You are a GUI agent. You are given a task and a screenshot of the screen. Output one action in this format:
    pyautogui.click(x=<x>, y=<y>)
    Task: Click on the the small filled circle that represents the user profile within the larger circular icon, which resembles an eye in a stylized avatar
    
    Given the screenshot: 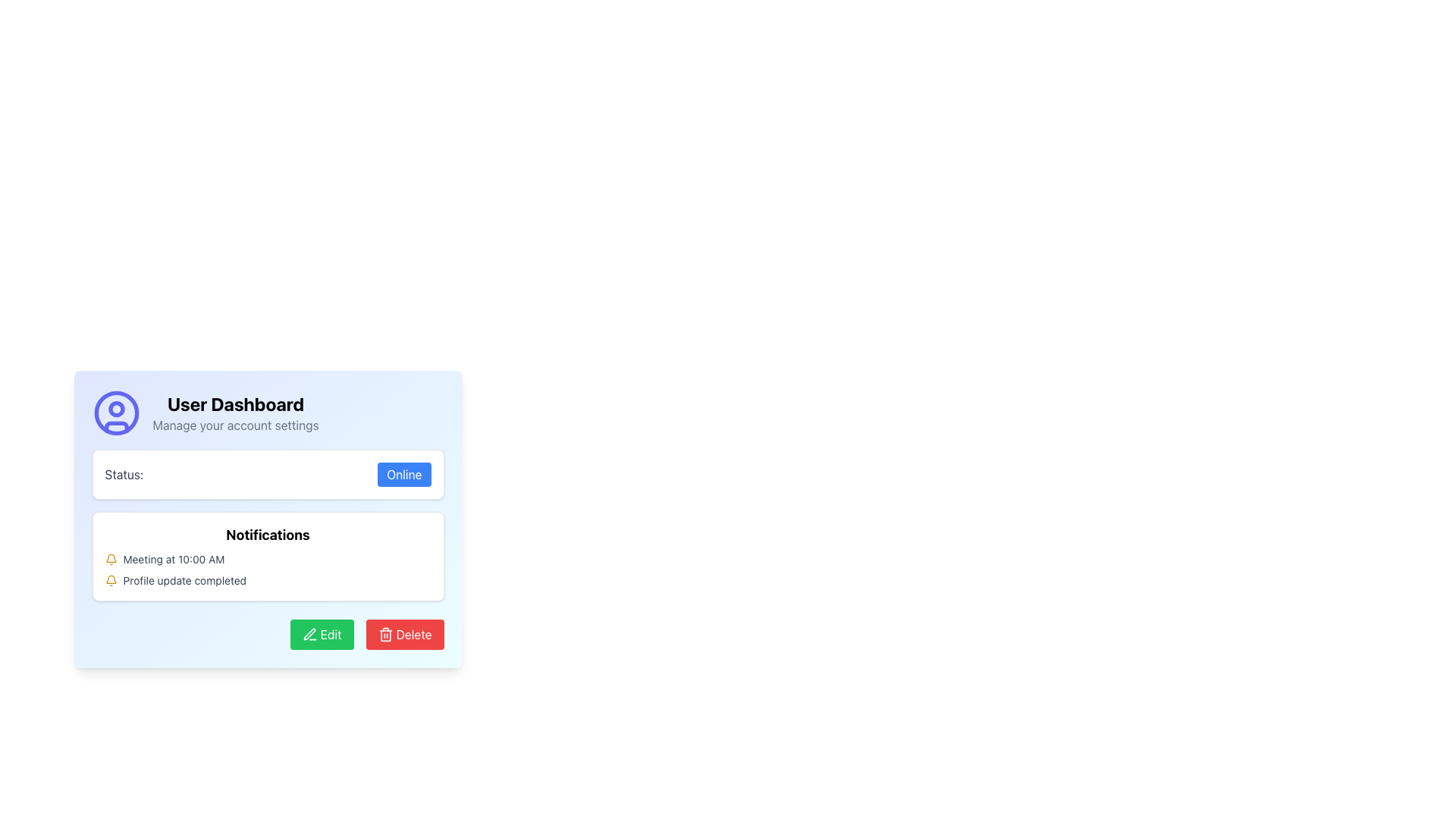 What is the action you would take?
    pyautogui.click(x=115, y=408)
    